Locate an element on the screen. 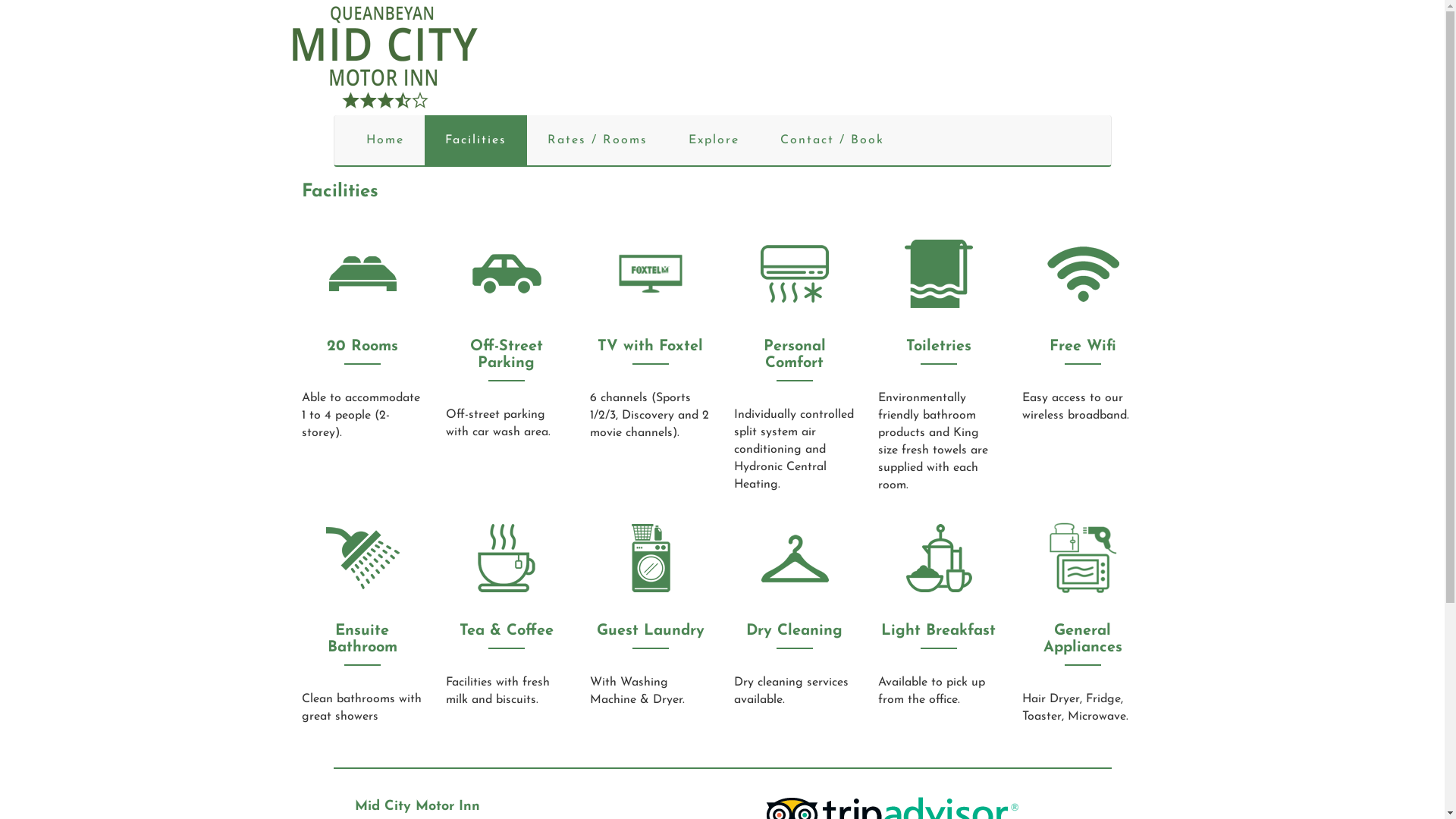 The height and width of the screenshot is (819, 1456). 'Facilities' is located at coordinates (475, 140).